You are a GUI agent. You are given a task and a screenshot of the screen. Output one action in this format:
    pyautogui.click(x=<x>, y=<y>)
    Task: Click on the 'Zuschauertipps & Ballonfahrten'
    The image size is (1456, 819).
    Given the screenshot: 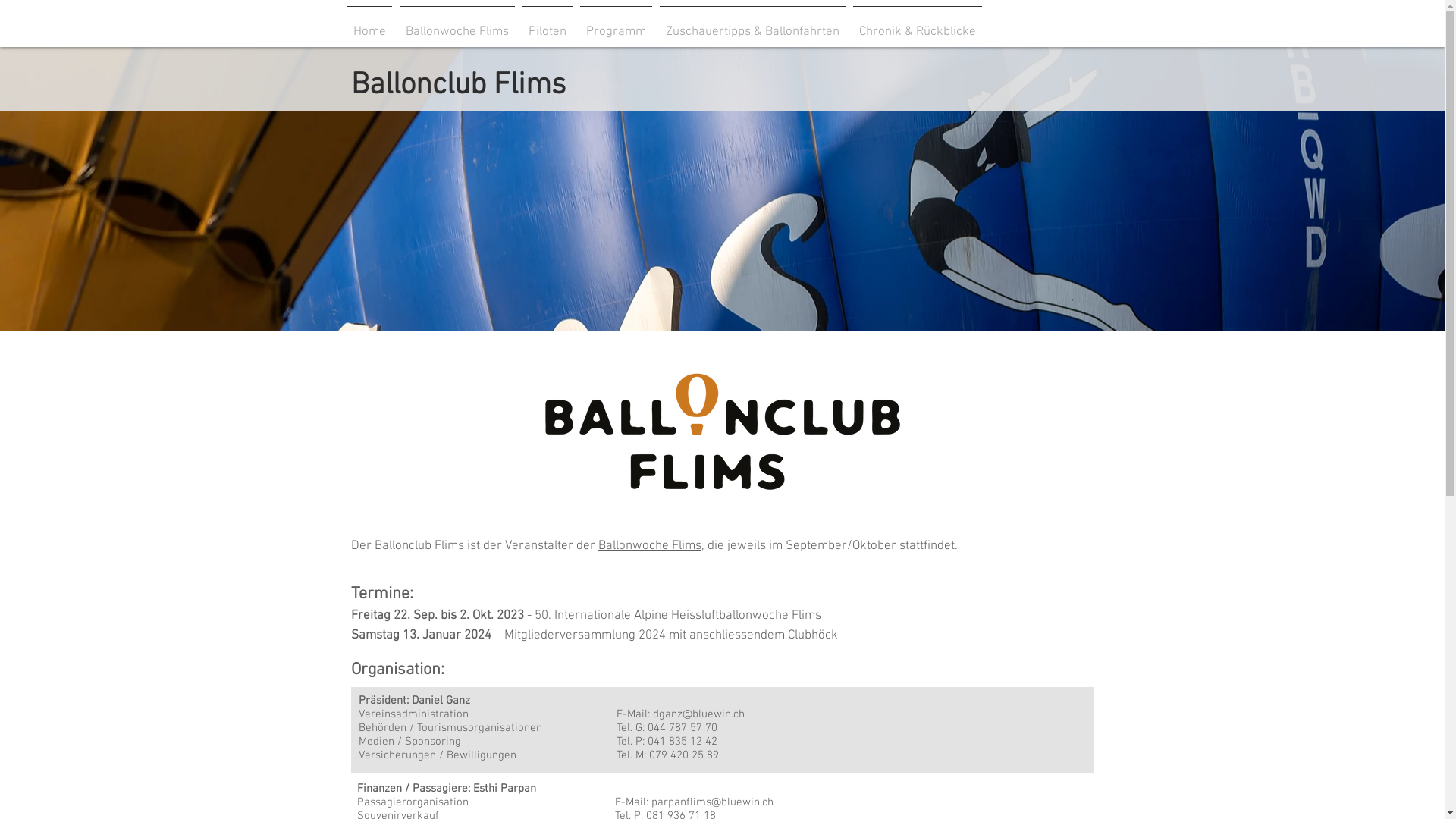 What is the action you would take?
    pyautogui.click(x=752, y=25)
    